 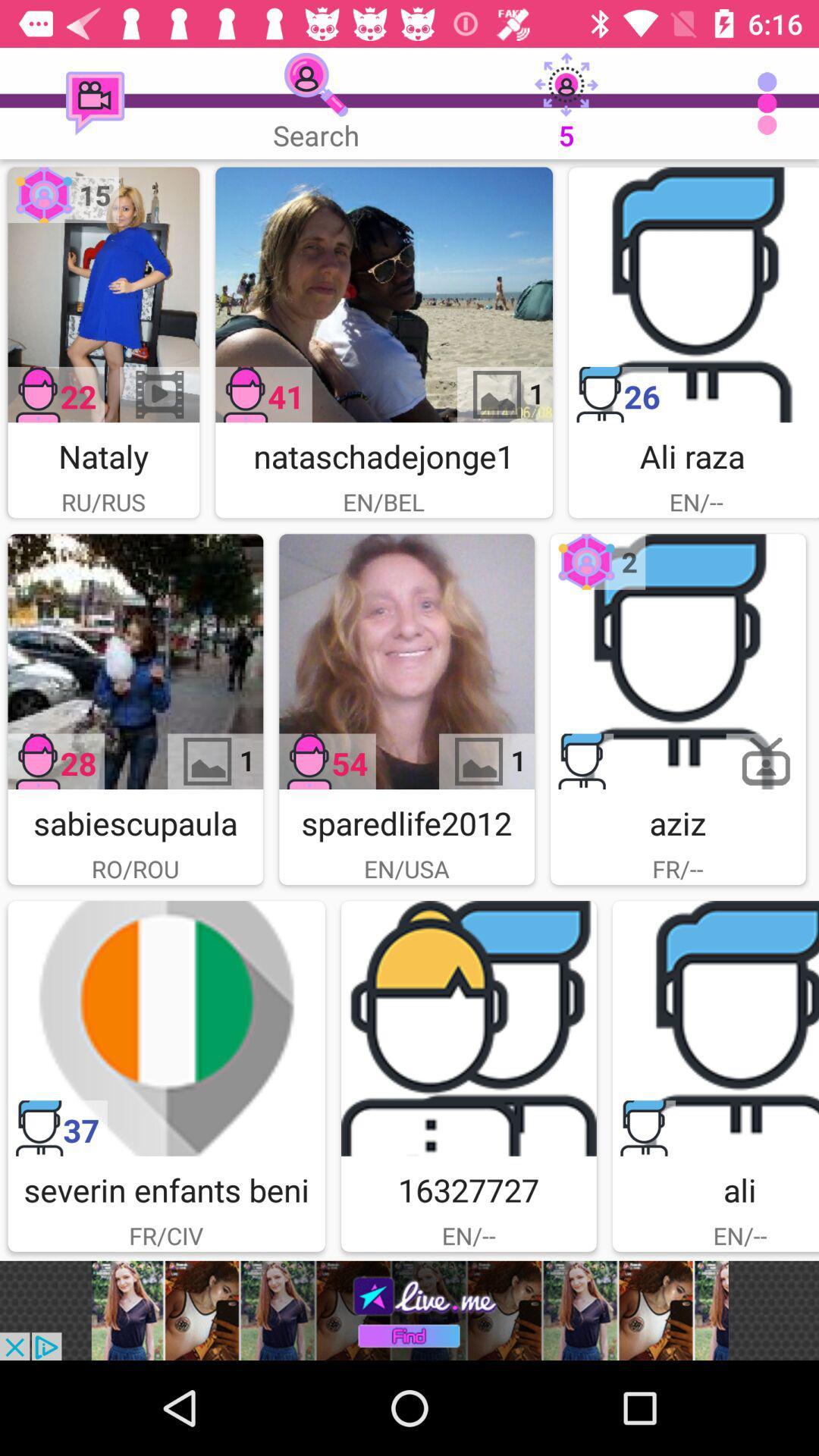 I want to click on image, so click(x=102, y=294).